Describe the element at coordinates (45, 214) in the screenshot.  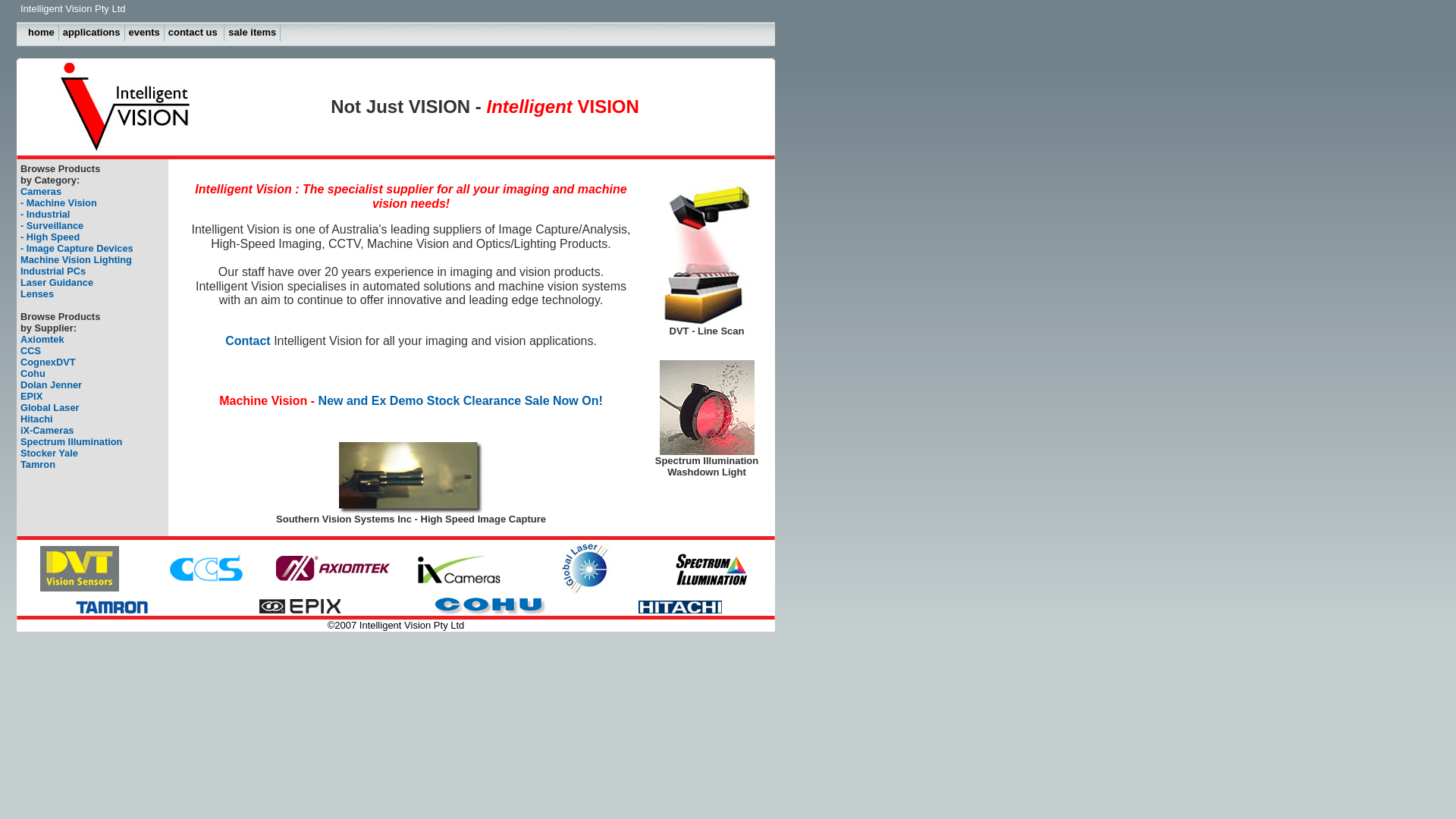
I see `'- Industrial'` at that location.